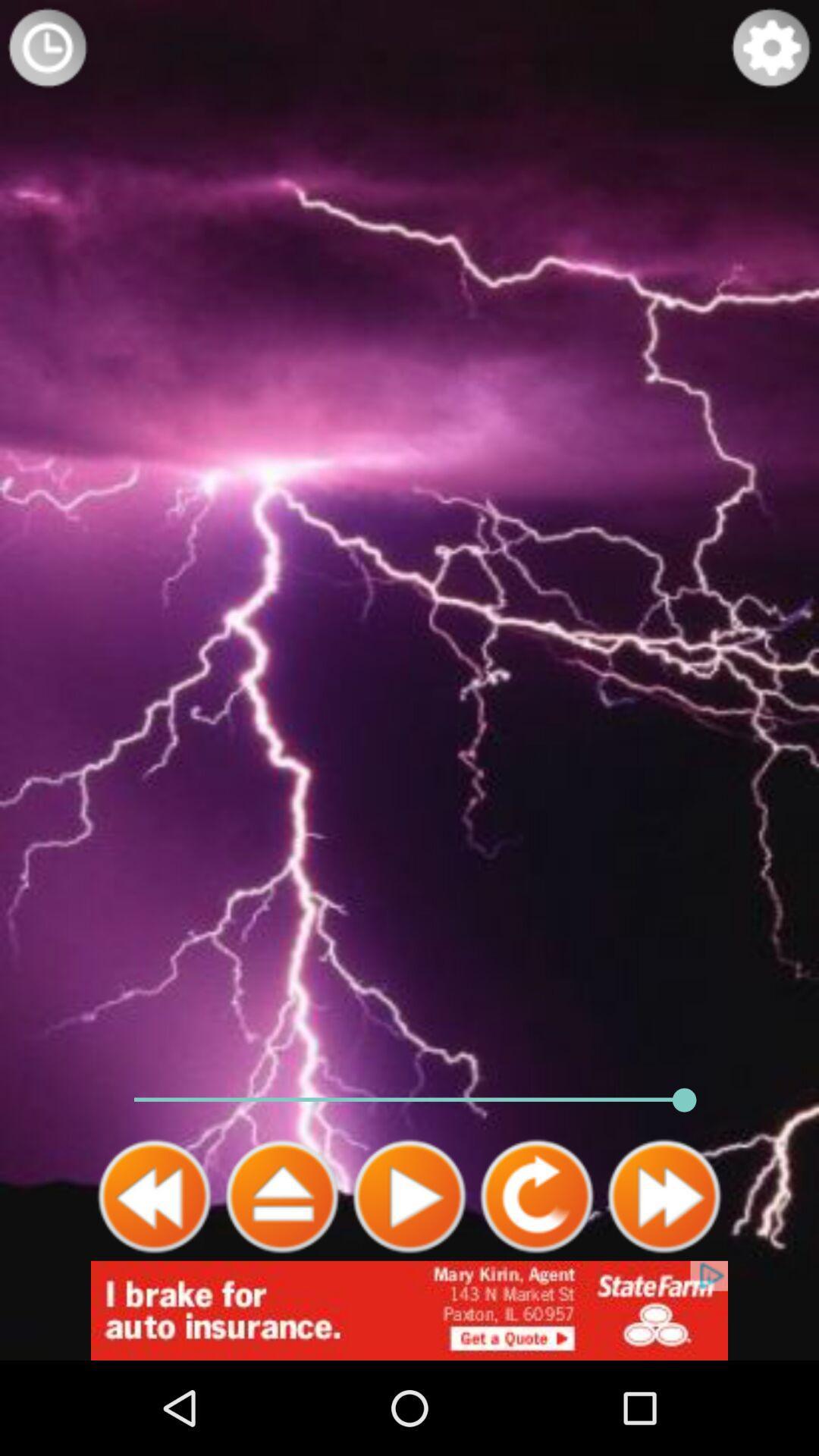  Describe the element at coordinates (663, 1196) in the screenshot. I see `fast forward` at that location.